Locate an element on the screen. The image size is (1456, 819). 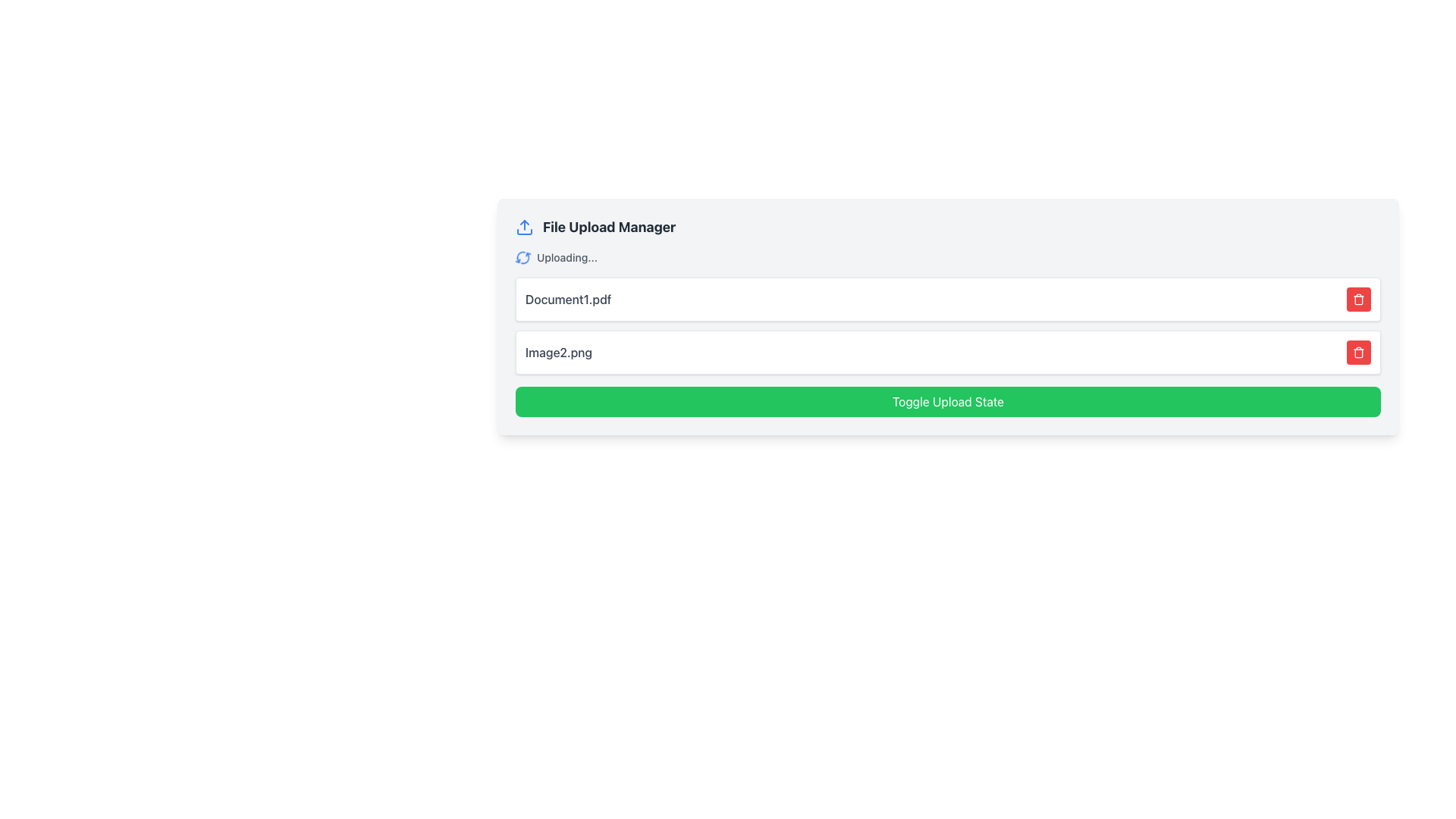
the delete icon located at the far right of the file upload entry button is located at coordinates (1358, 353).